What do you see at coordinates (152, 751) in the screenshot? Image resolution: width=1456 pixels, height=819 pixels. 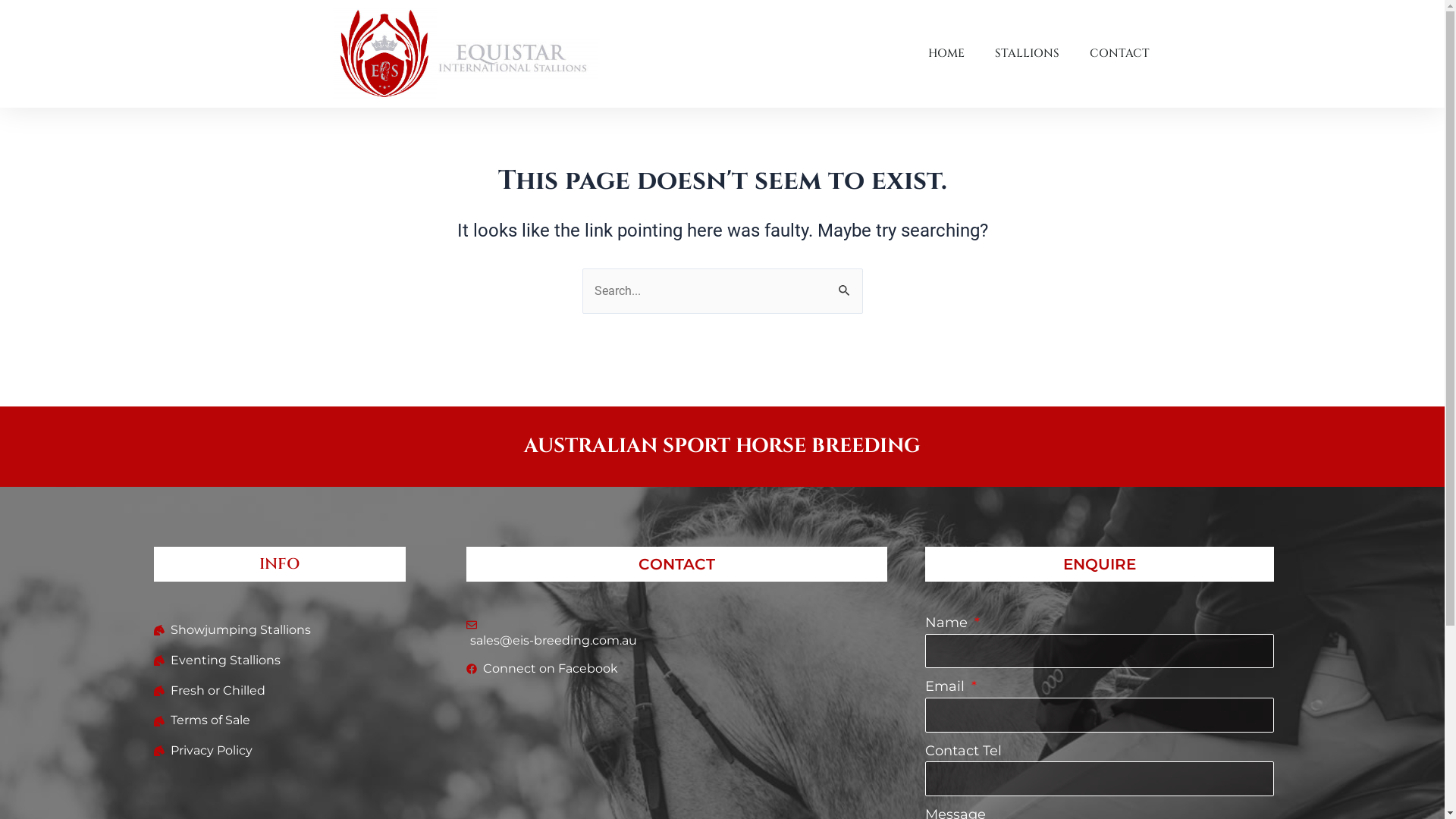 I see `'Privacy Policy'` at bounding box center [152, 751].